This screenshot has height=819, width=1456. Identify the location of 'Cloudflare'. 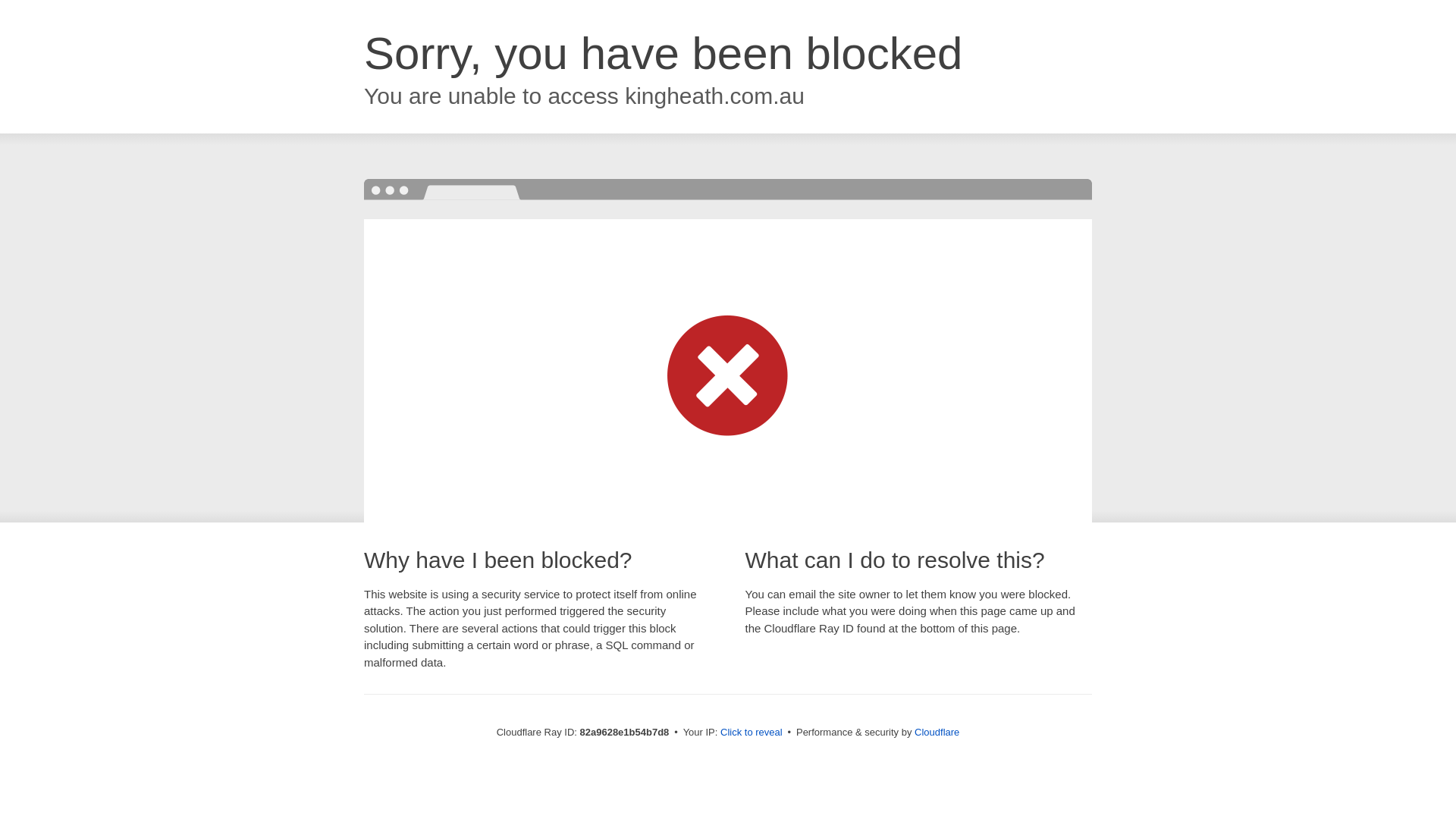
(913, 731).